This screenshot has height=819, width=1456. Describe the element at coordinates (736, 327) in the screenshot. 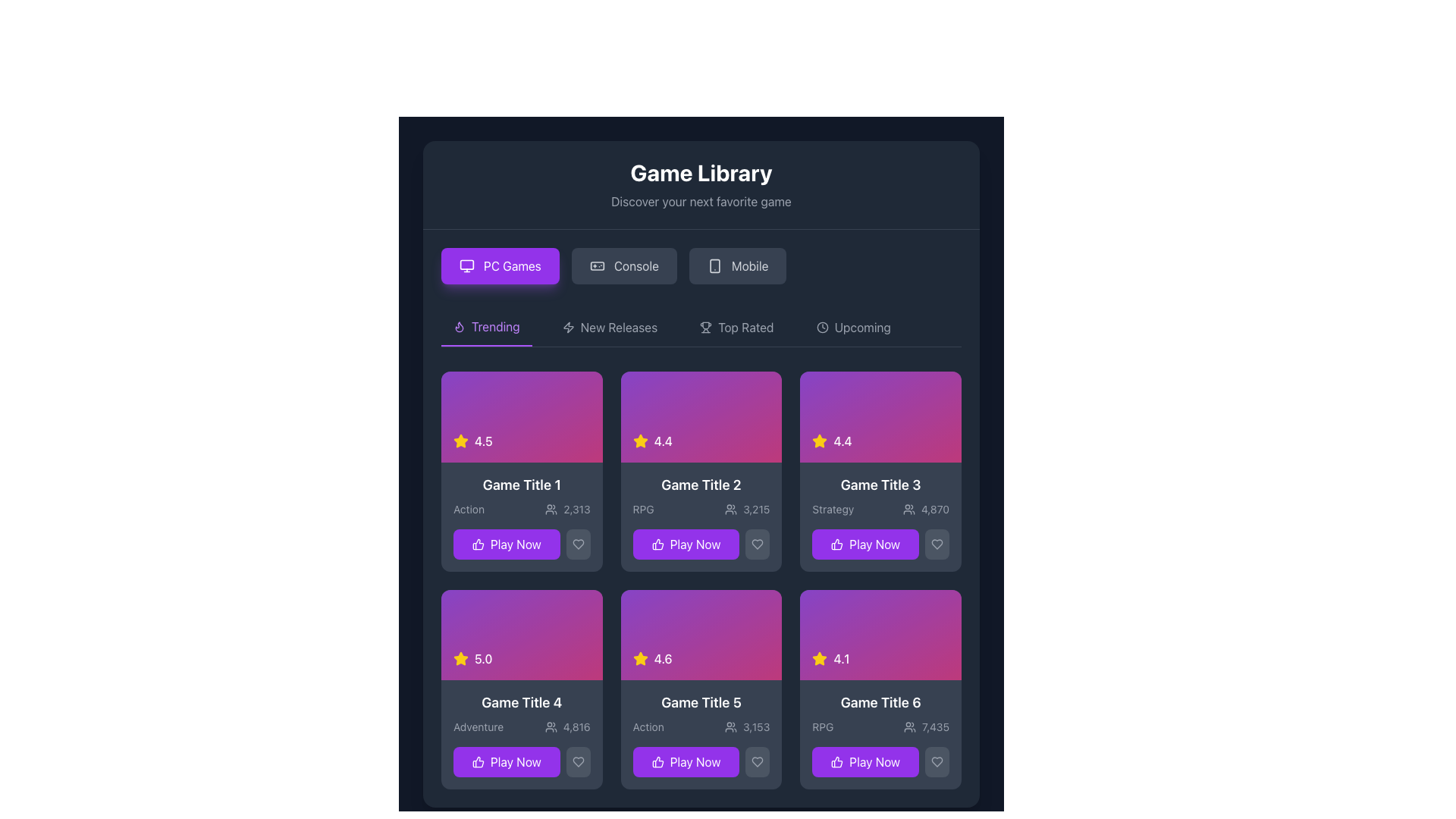

I see `the 'Top Rated' button in the navigation bar under the 'Game Library' header` at that location.